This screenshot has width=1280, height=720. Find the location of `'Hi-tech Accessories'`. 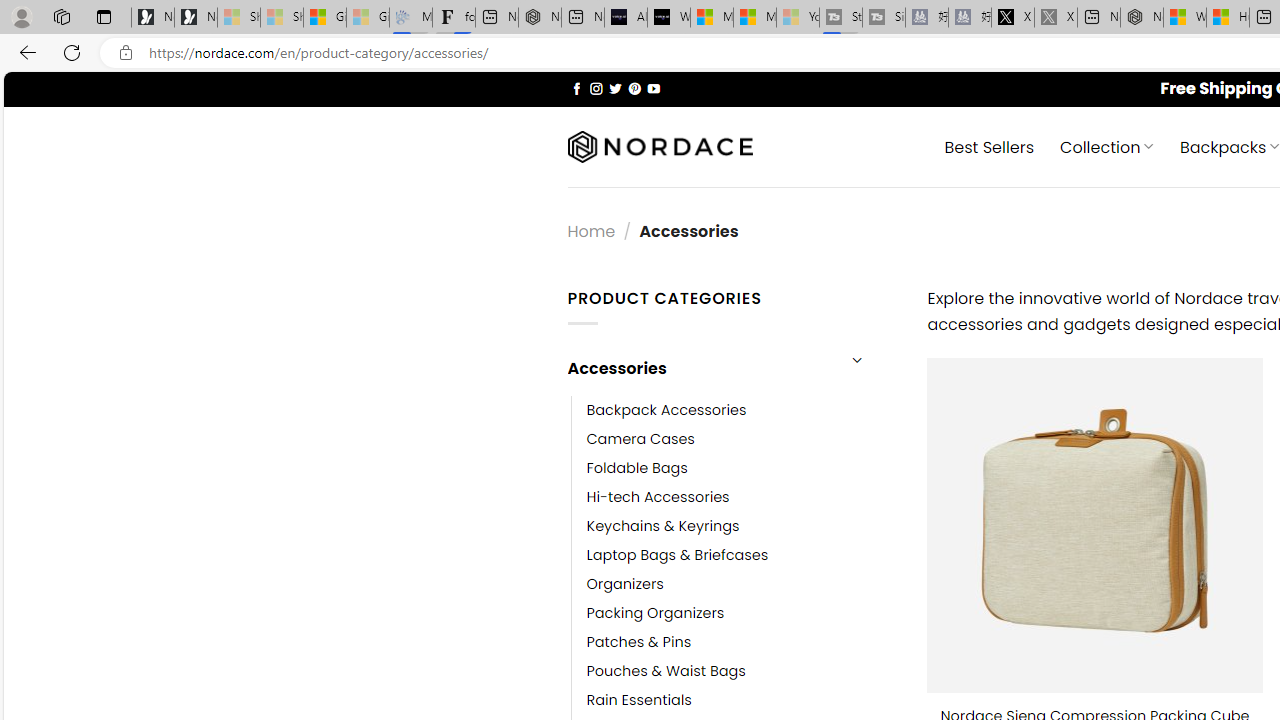

'Hi-tech Accessories' is located at coordinates (657, 495).